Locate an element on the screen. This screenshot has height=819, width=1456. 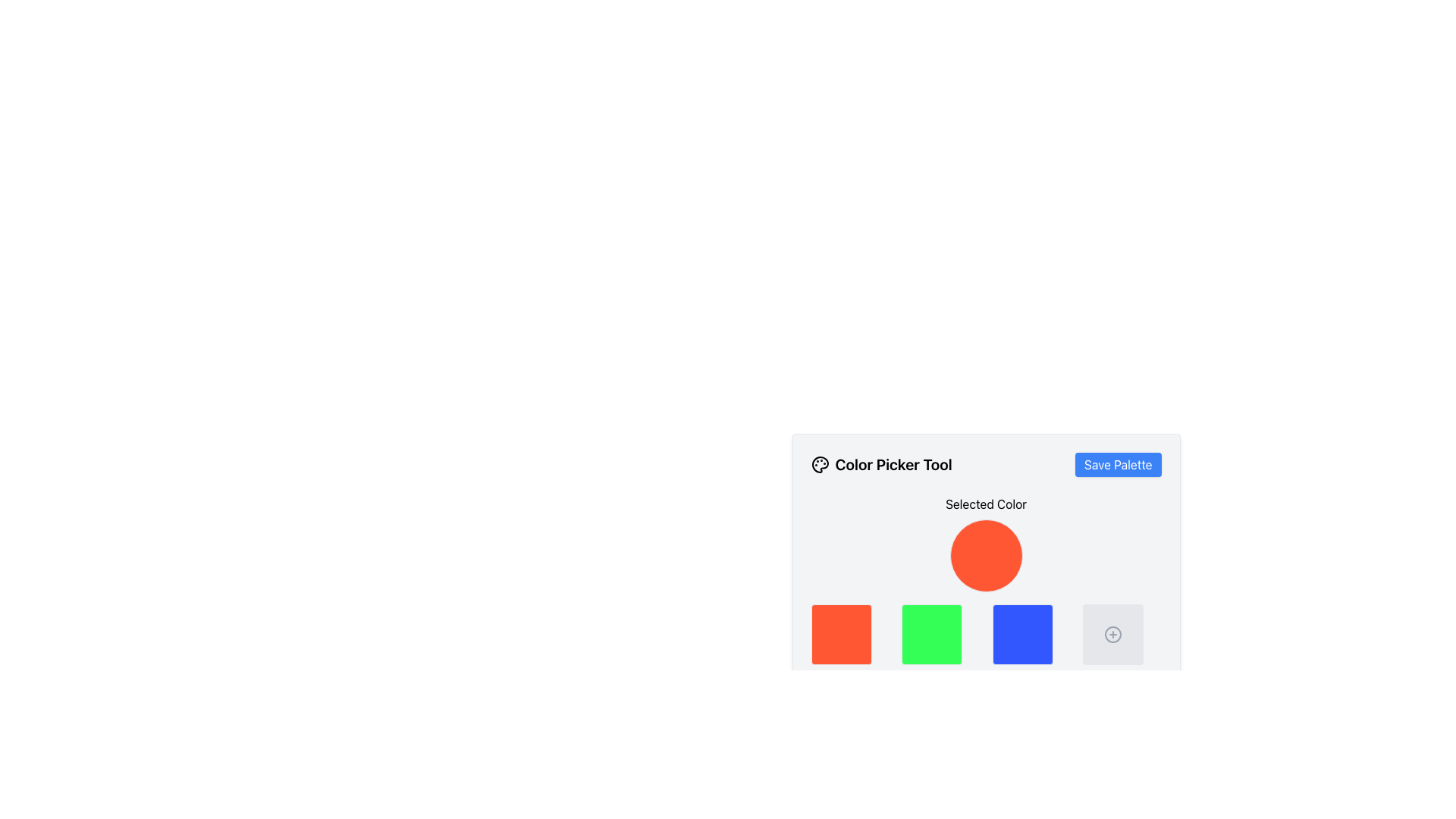
the top-left selectable red square with rounded corners is located at coordinates (840, 635).